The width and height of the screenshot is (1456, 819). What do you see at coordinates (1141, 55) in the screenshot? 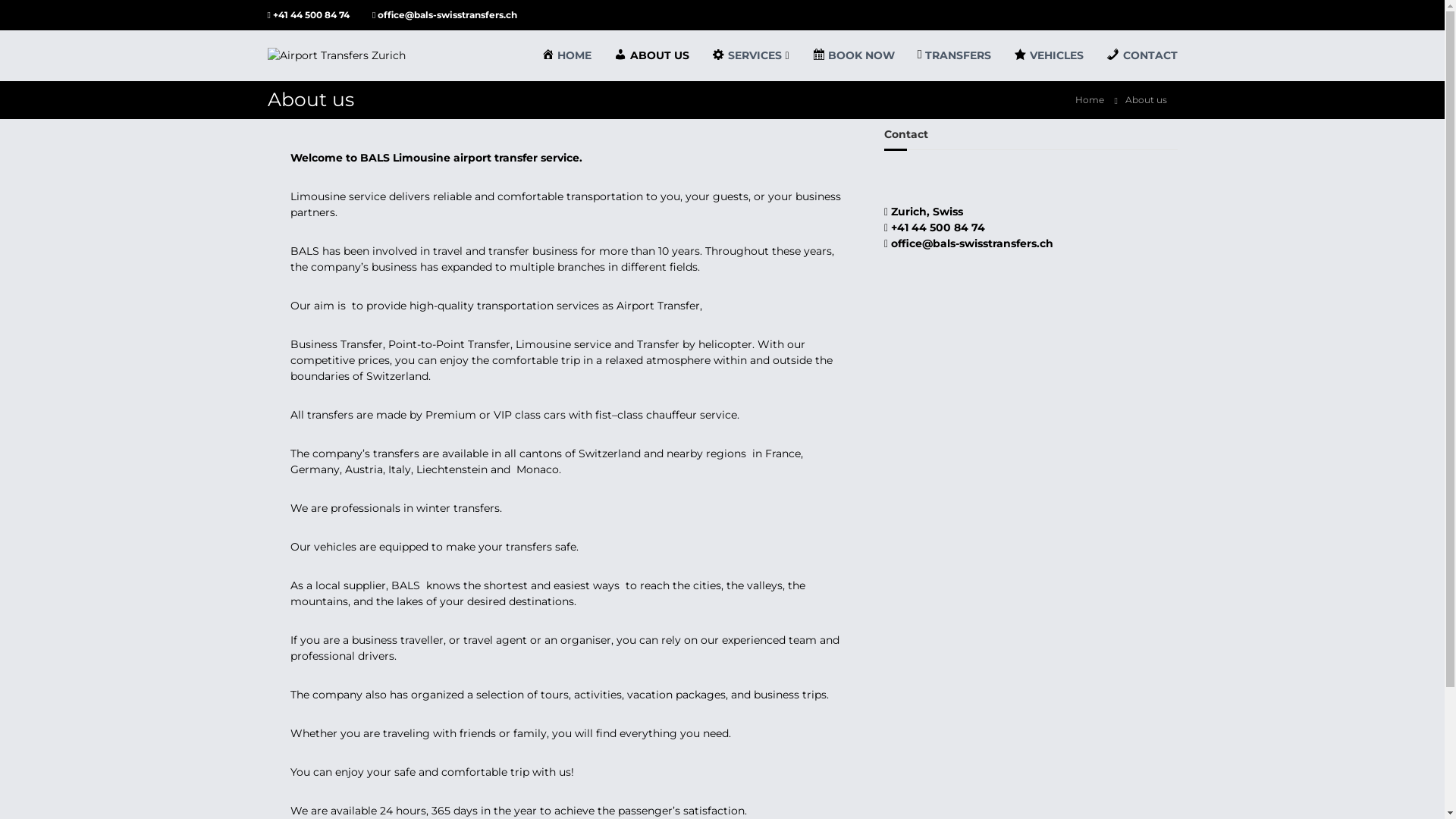
I see `'CONTACT'` at bounding box center [1141, 55].